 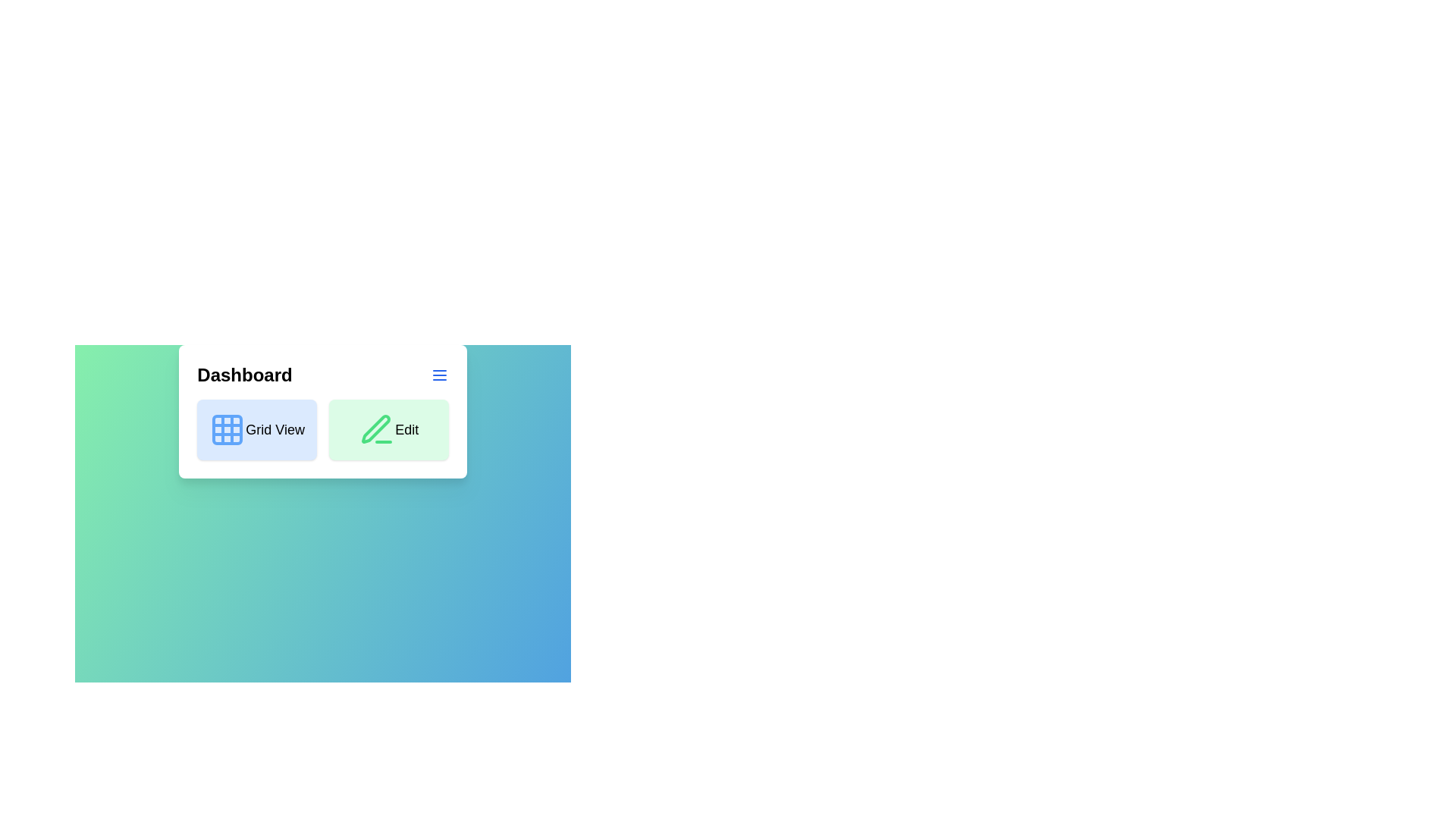 I want to click on the 'Edit' button to select the 'Edit' option, so click(x=388, y=430).